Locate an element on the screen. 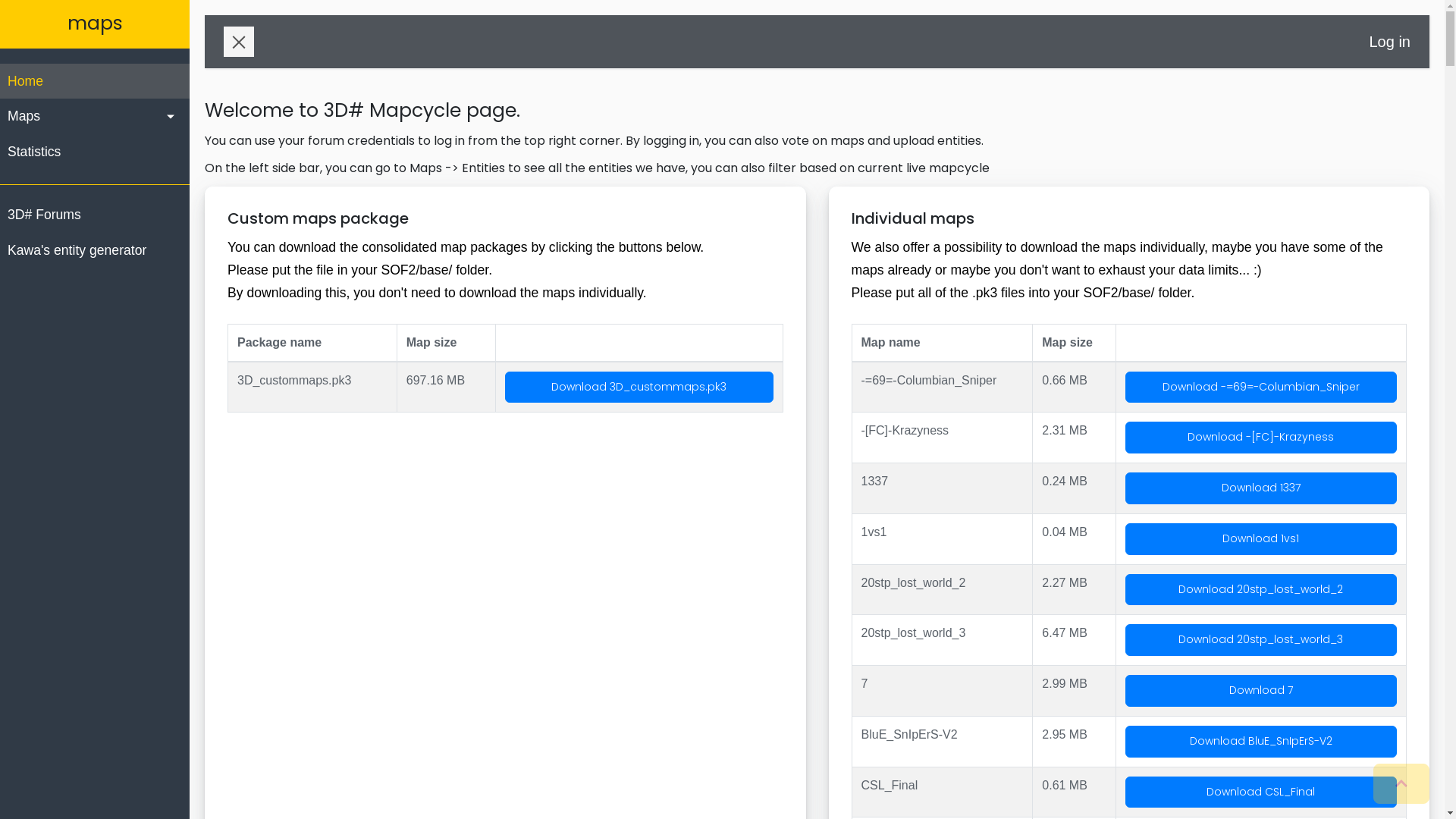 This screenshot has width=1456, height=819. 'Download 1337' is located at coordinates (1260, 488).